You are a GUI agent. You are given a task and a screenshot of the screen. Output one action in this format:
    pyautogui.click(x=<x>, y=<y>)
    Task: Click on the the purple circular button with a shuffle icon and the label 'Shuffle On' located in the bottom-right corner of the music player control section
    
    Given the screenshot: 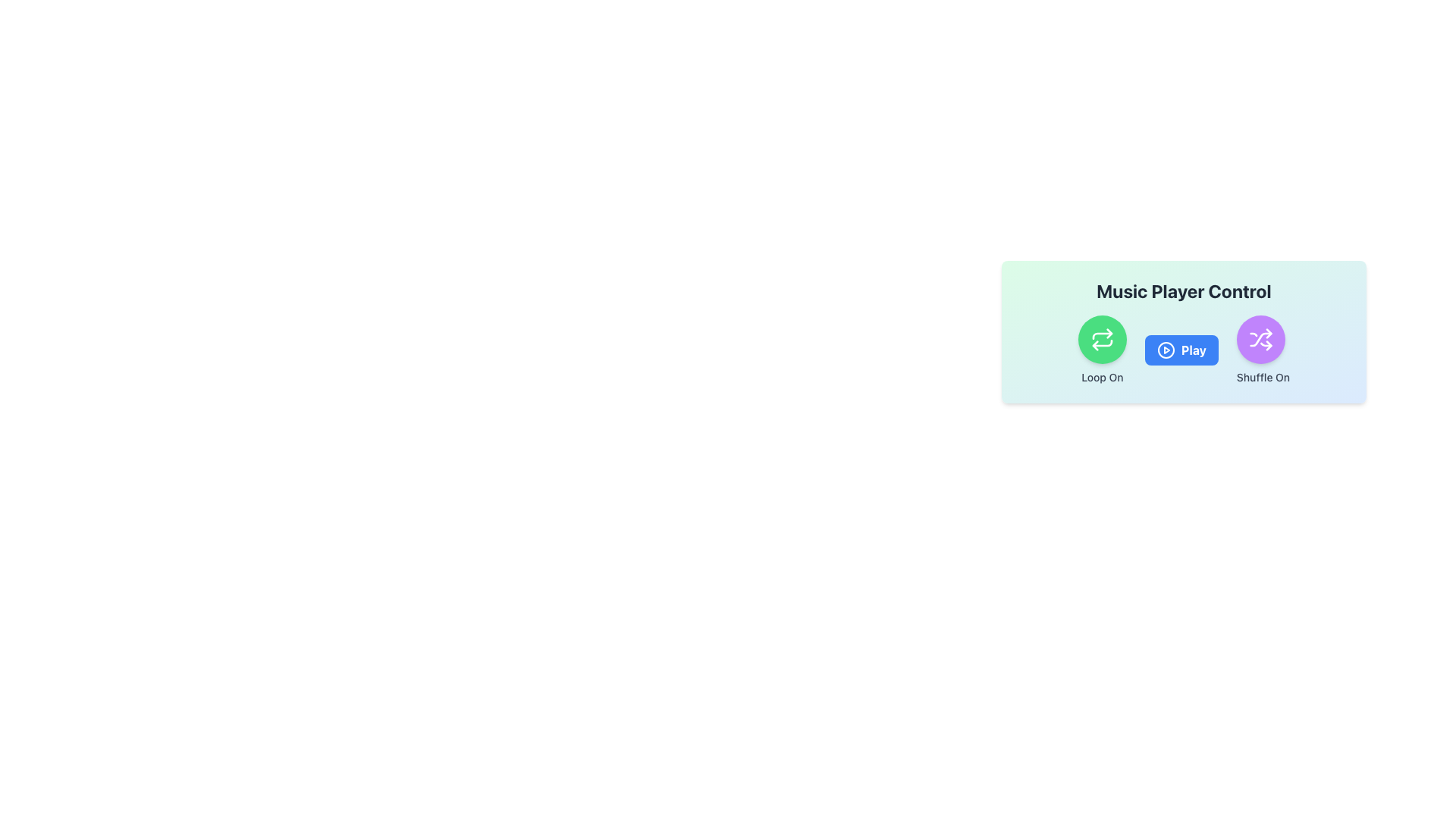 What is the action you would take?
    pyautogui.click(x=1263, y=350)
    